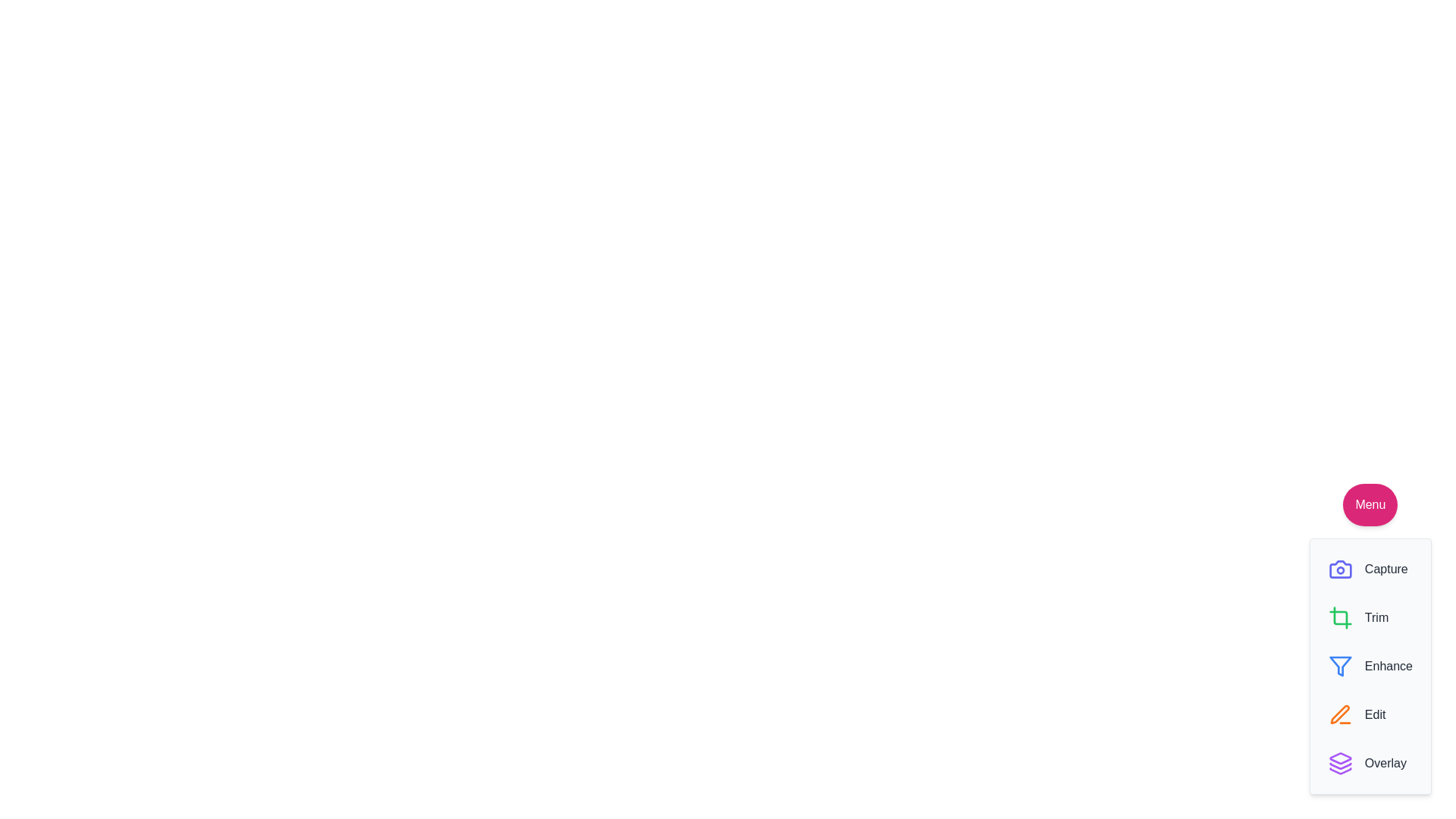  What do you see at coordinates (1367, 763) in the screenshot?
I see `the 'Overlay' option in the menu` at bounding box center [1367, 763].